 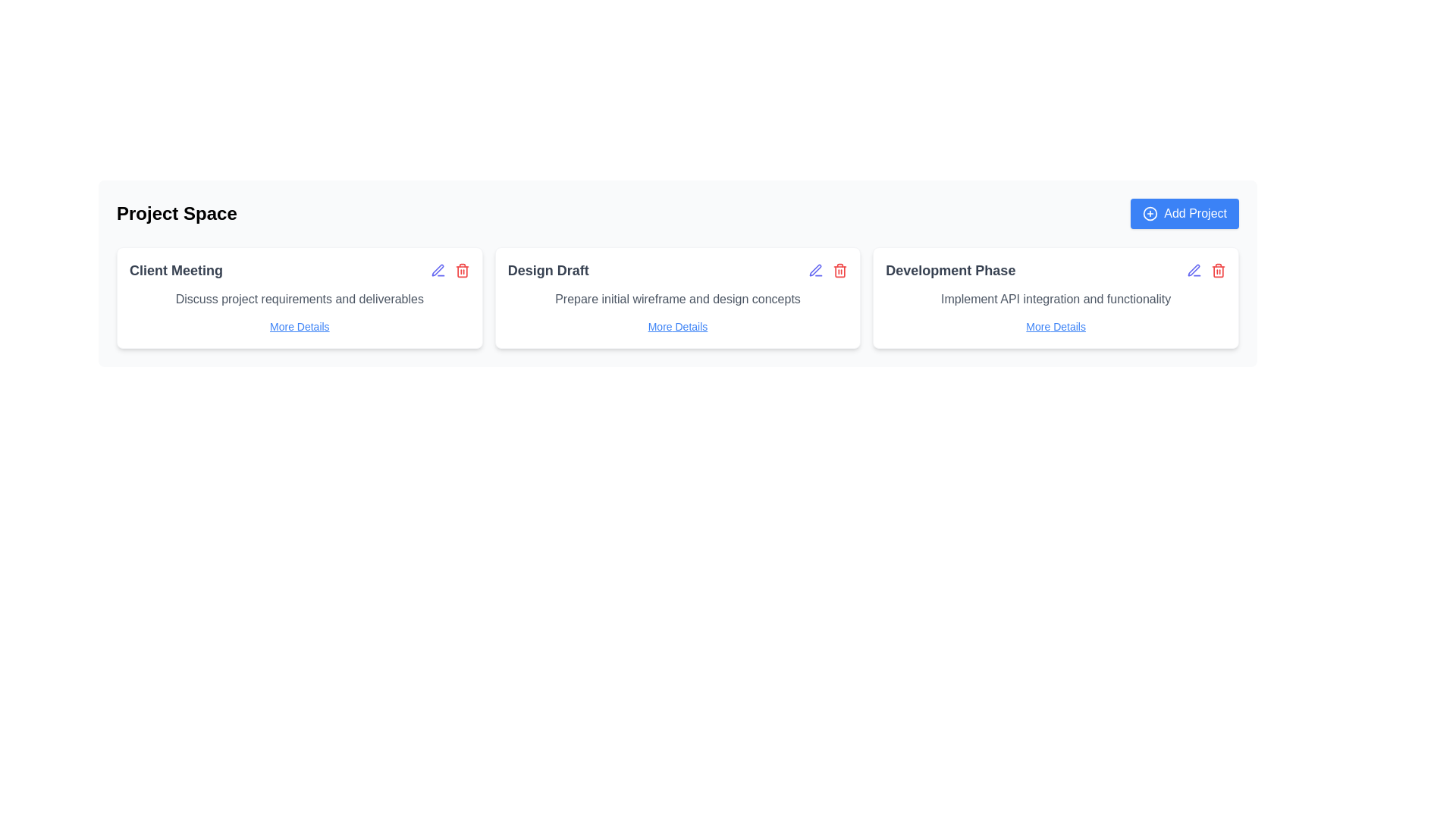 What do you see at coordinates (1055, 298) in the screenshot?
I see `the Informative card component, which is the third card in the grid layout` at bounding box center [1055, 298].